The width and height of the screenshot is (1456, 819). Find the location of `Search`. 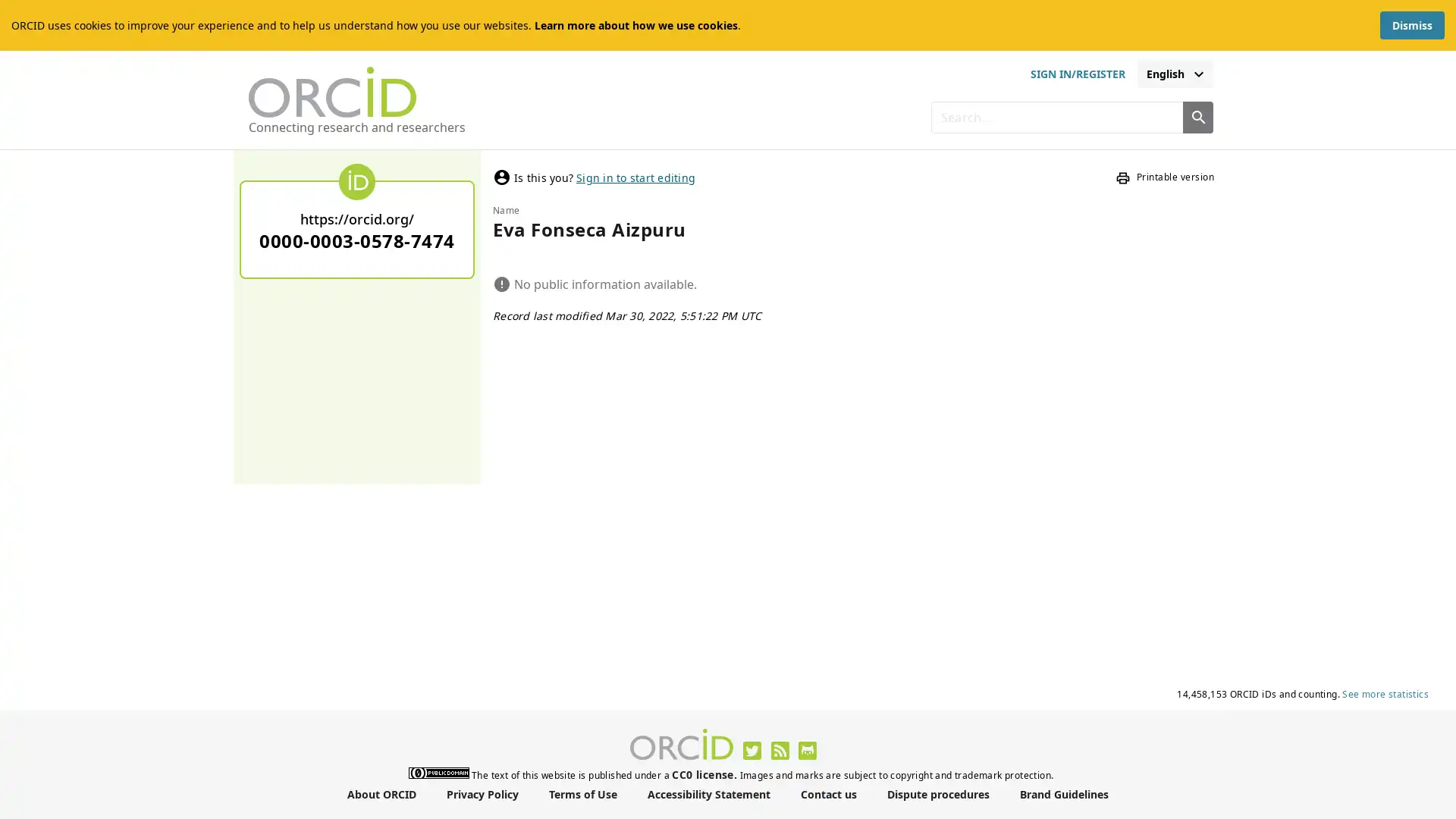

Search is located at coordinates (1197, 116).